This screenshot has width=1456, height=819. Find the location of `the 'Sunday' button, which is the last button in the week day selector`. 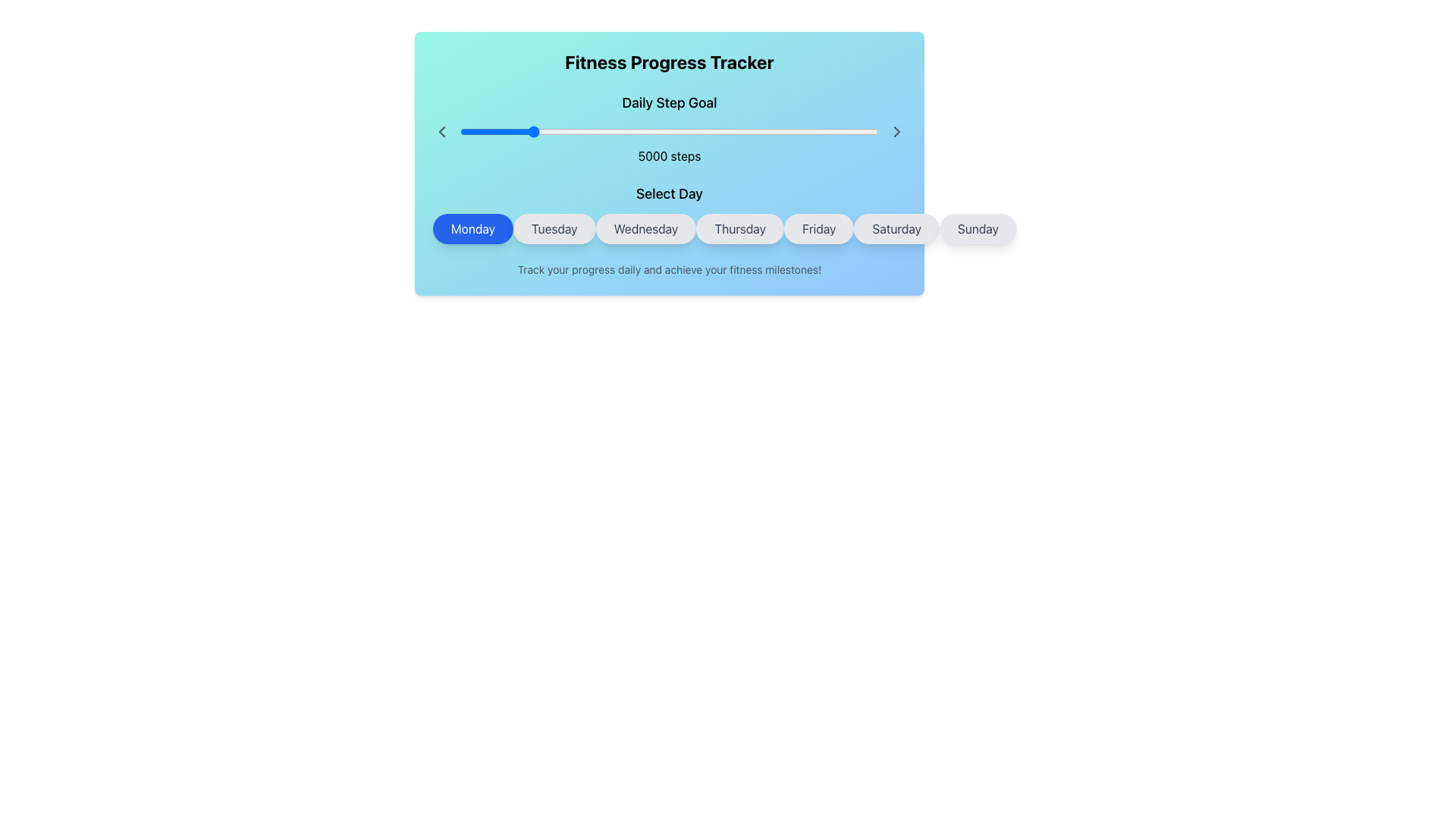

the 'Sunday' button, which is the last button in the week day selector is located at coordinates (978, 228).